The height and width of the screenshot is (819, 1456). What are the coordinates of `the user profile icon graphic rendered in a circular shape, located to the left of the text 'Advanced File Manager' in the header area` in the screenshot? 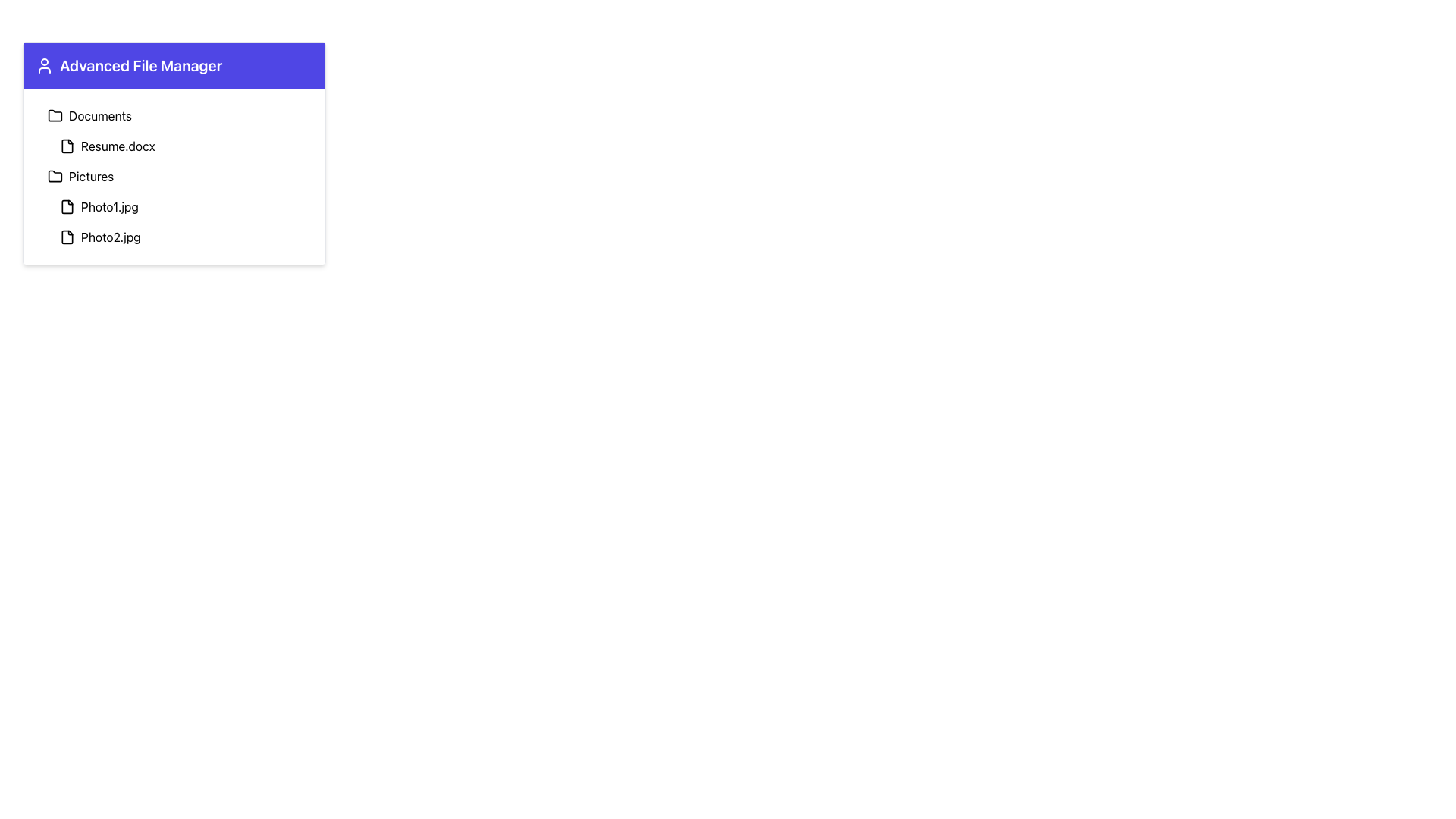 It's located at (44, 65).